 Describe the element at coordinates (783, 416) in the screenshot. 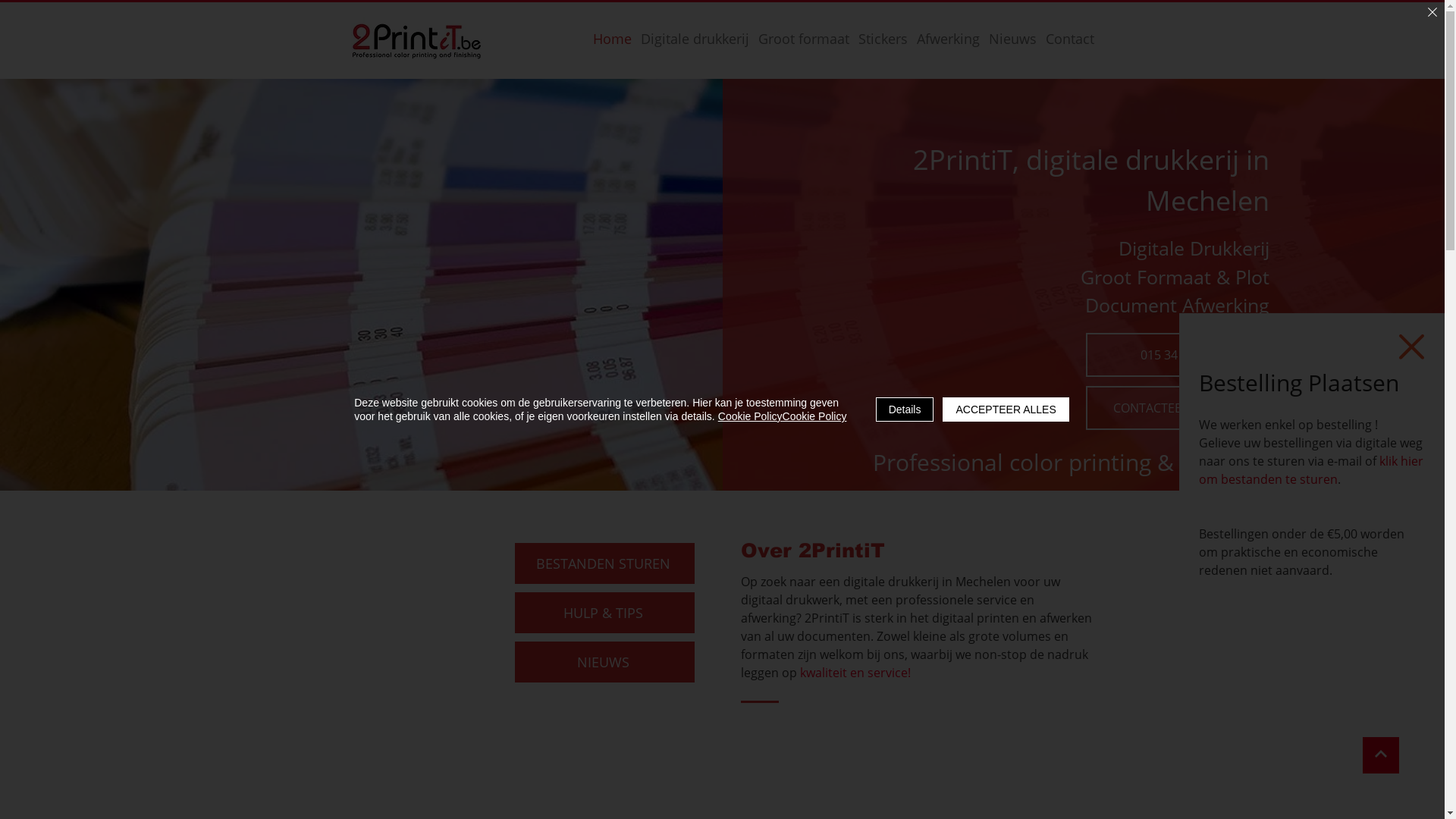

I see `'Cookie PolicyCookie Policy'` at that location.